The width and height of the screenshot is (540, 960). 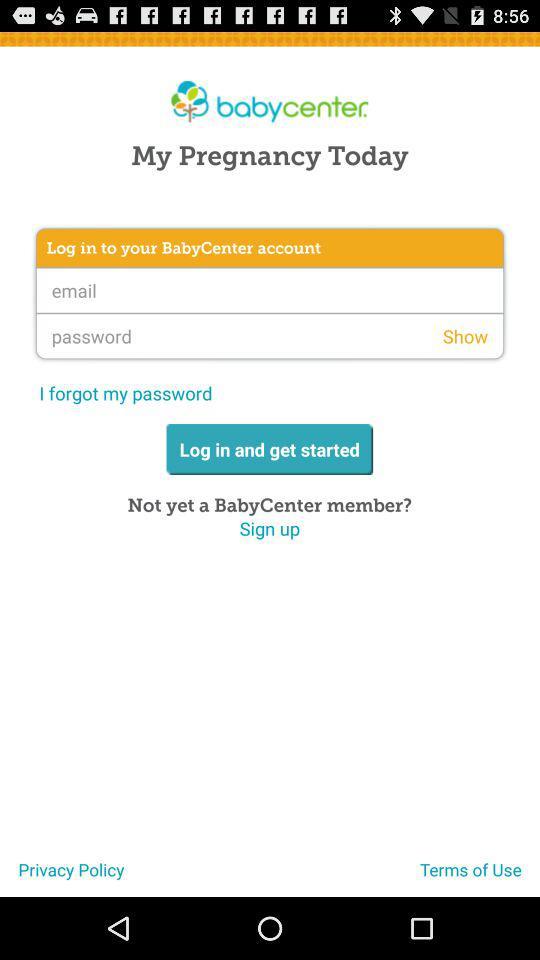 I want to click on terms of use, so click(x=479, y=876).